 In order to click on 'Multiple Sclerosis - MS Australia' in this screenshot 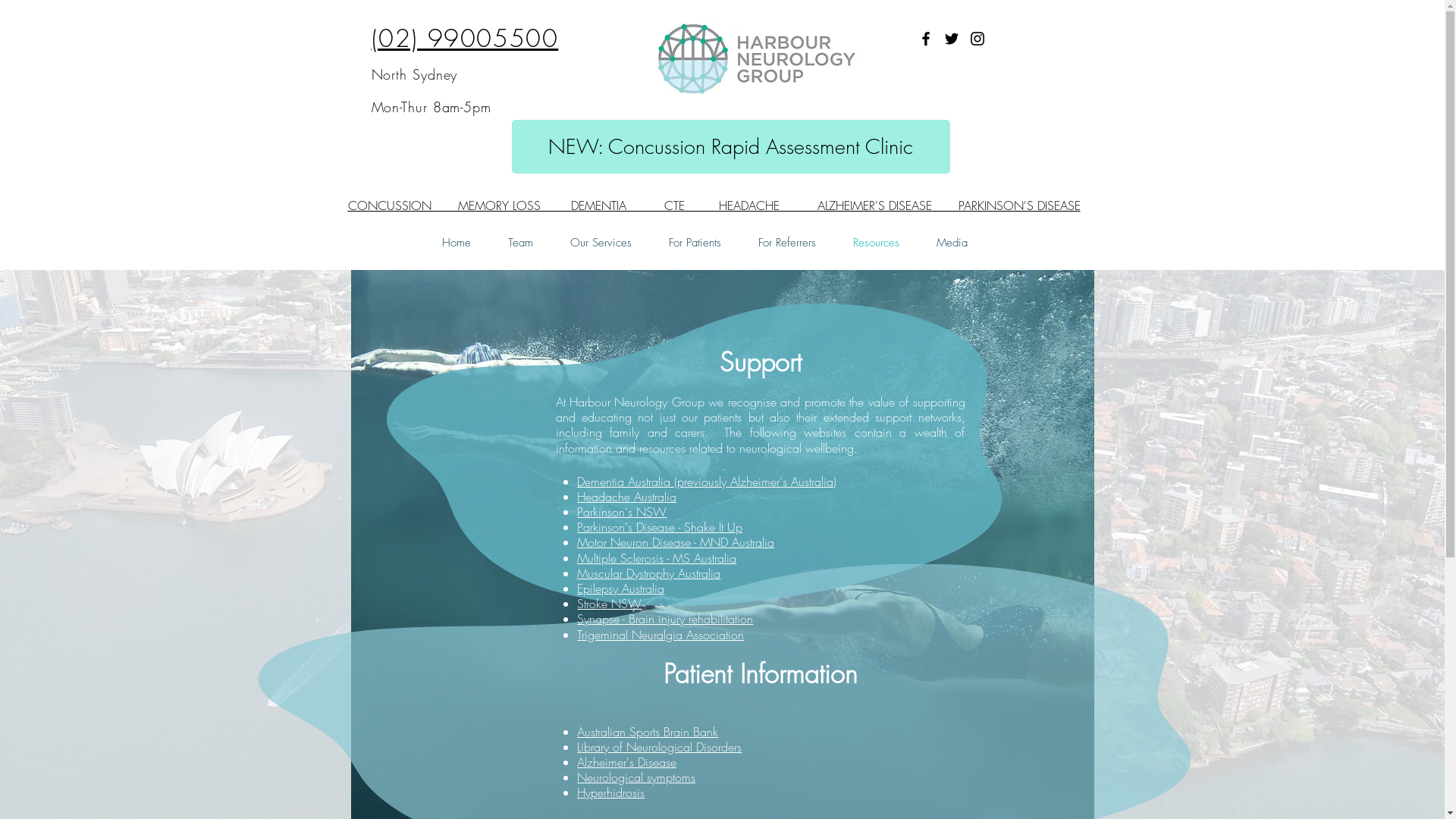, I will do `click(656, 558)`.